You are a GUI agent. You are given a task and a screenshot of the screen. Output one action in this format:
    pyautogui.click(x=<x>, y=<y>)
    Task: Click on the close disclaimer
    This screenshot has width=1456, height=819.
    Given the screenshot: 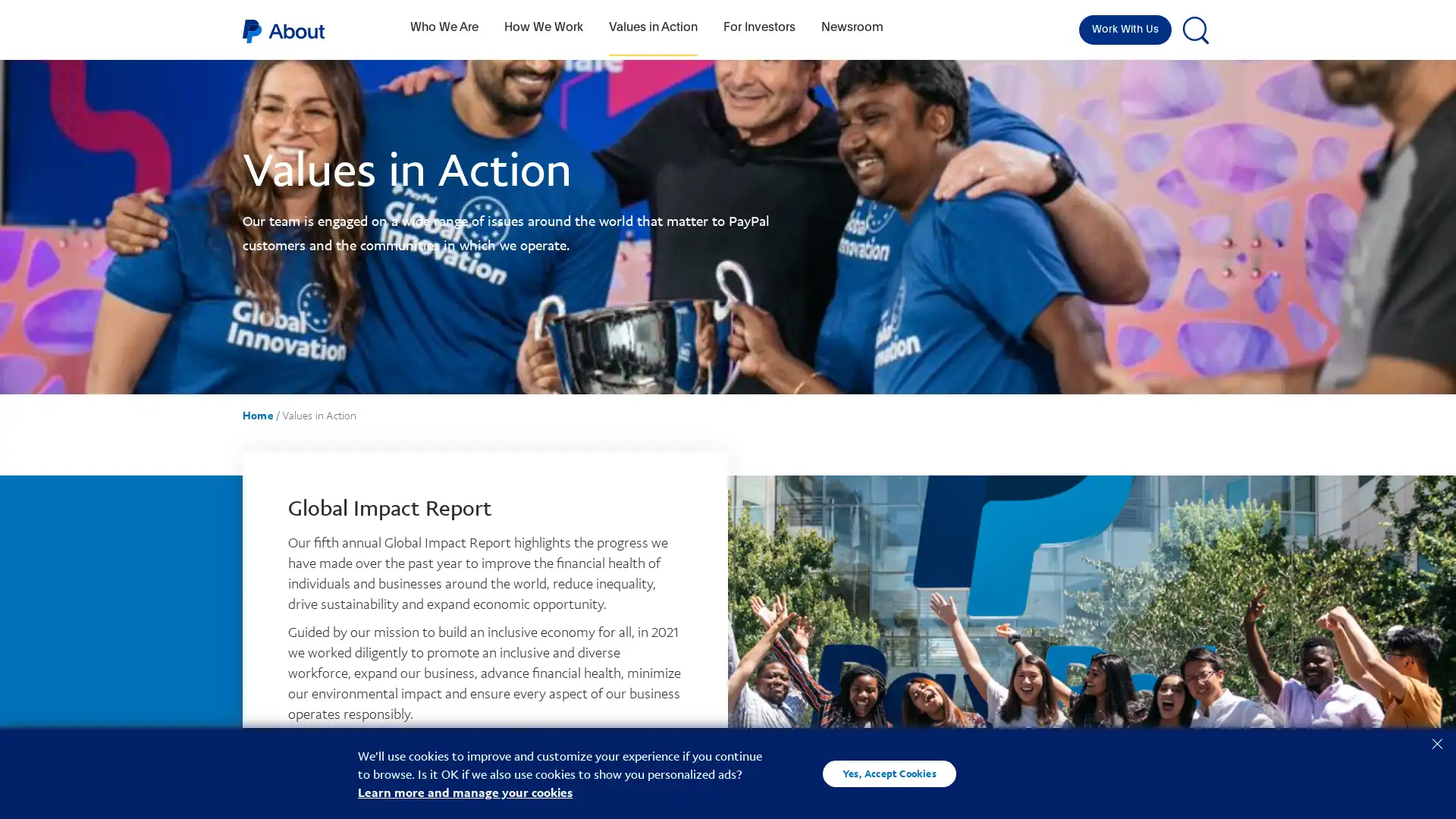 What is the action you would take?
    pyautogui.click(x=1436, y=742)
    